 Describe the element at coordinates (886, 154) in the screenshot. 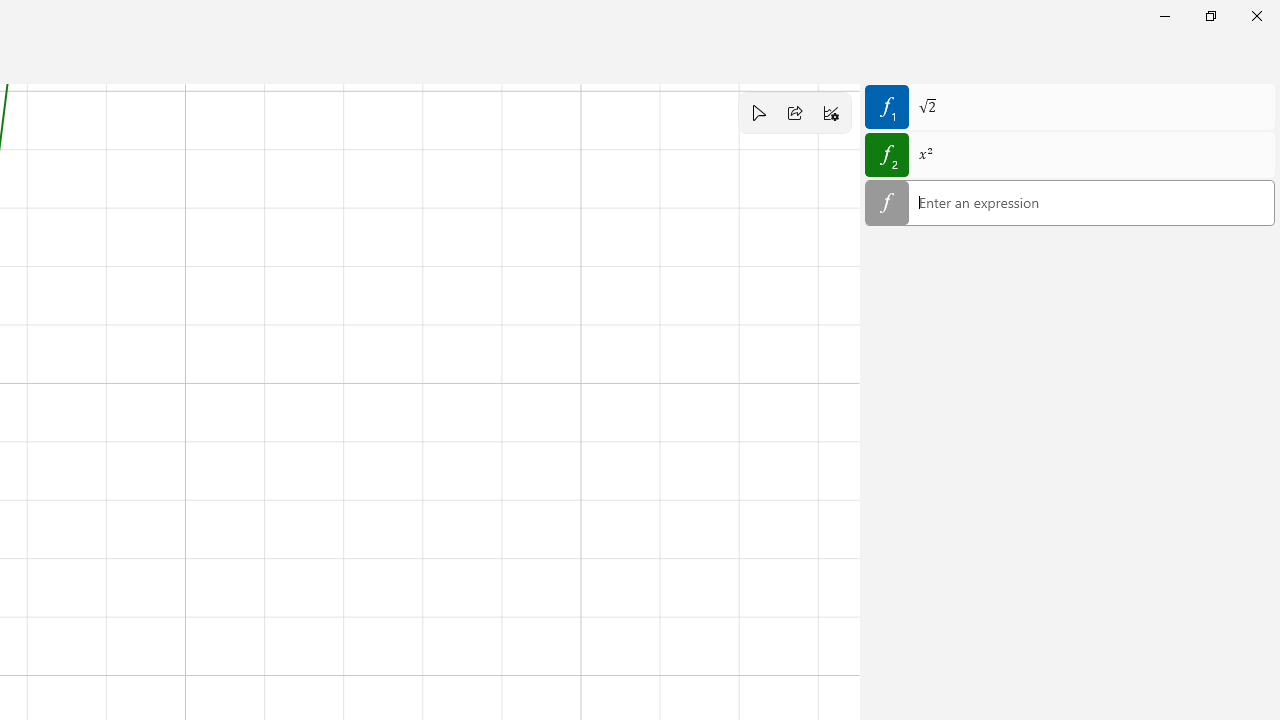

I see `'Hide equation 2'` at that location.